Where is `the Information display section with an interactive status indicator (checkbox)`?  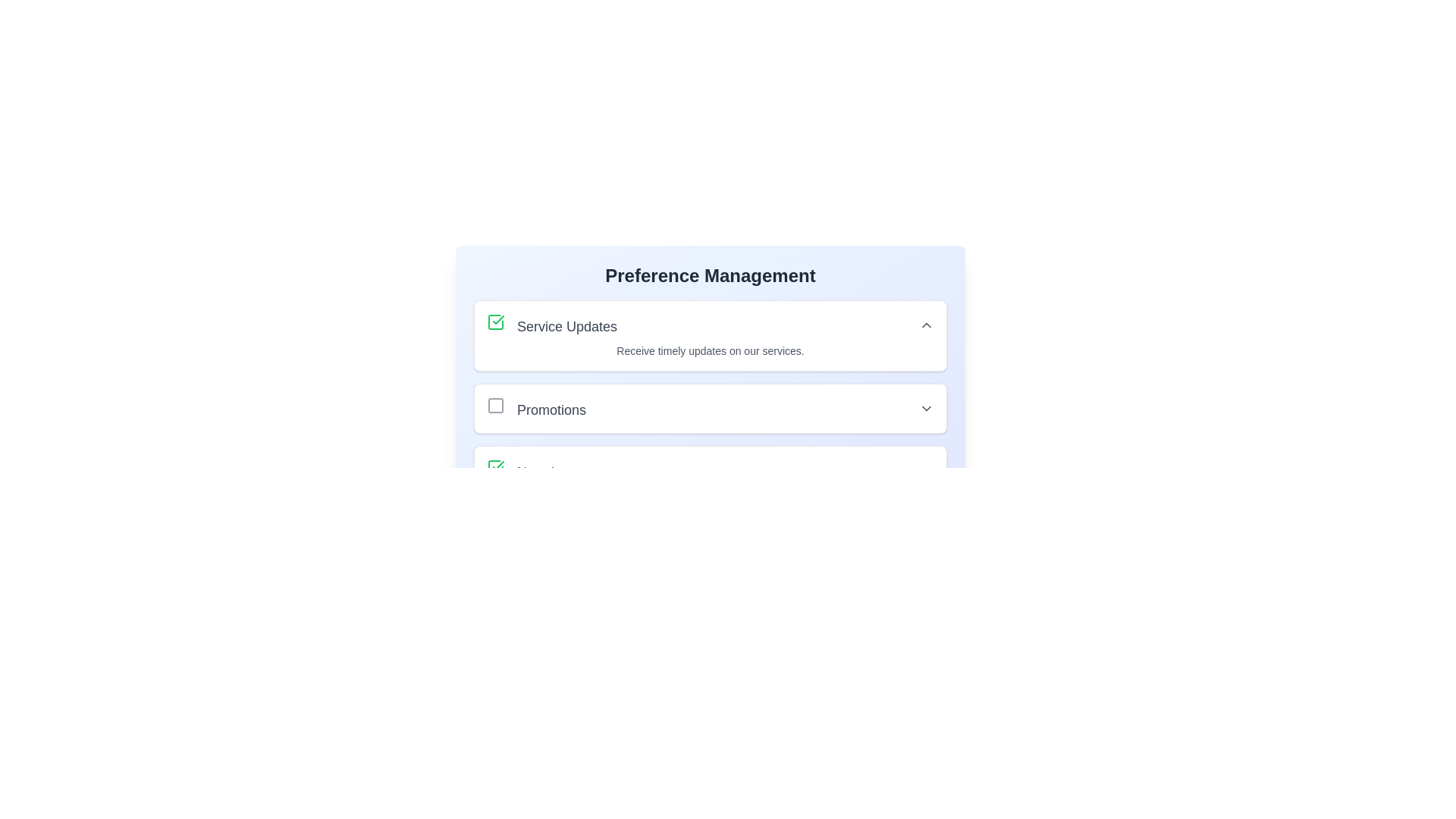
the Information display section with an interactive status indicator (checkbox) is located at coordinates (709, 335).